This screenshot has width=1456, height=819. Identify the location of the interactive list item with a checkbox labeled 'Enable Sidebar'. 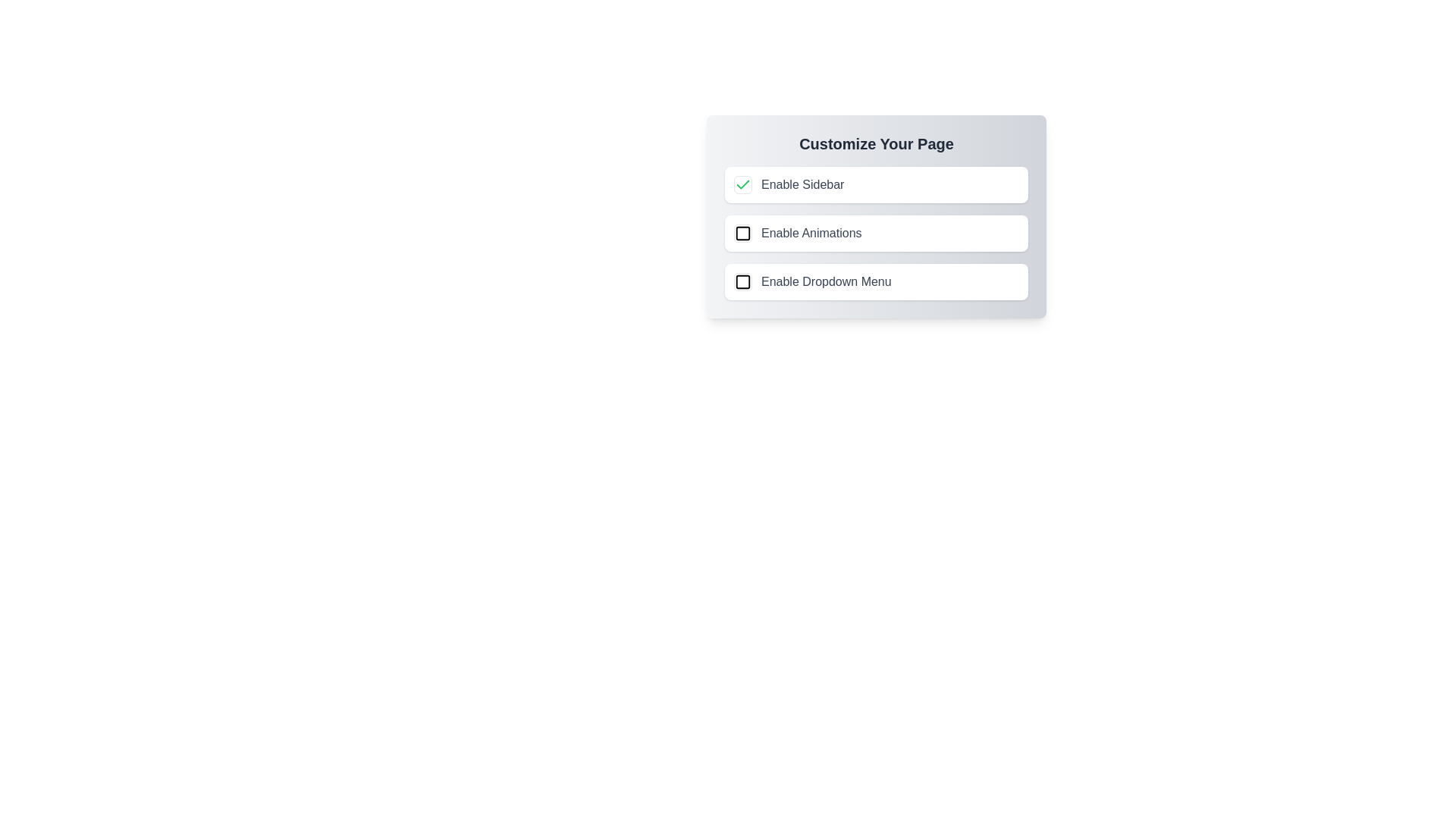
(877, 184).